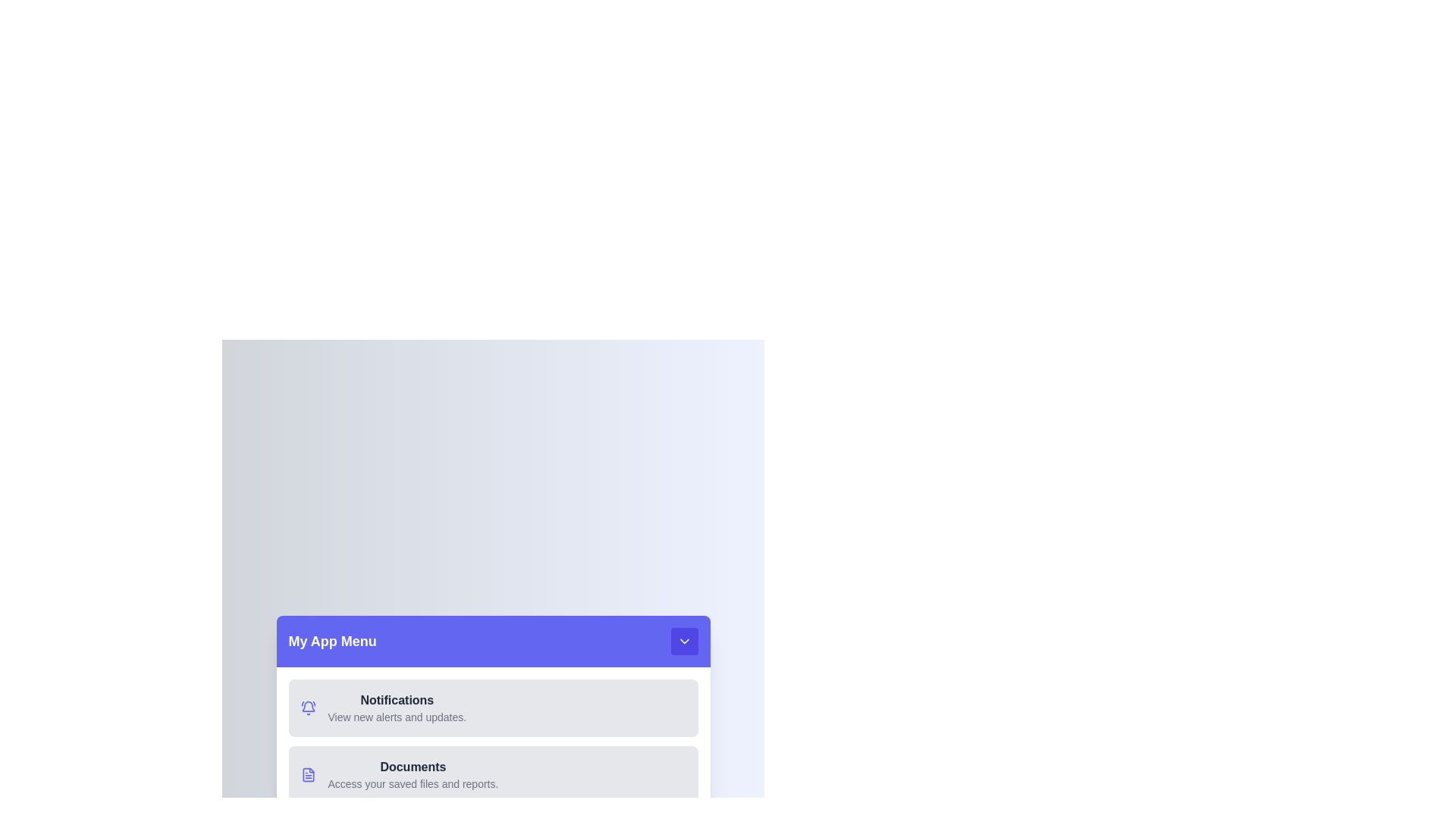 This screenshot has width=1456, height=819. What do you see at coordinates (493, 641) in the screenshot?
I see `the header section of the menu to visually inspect its title` at bounding box center [493, 641].